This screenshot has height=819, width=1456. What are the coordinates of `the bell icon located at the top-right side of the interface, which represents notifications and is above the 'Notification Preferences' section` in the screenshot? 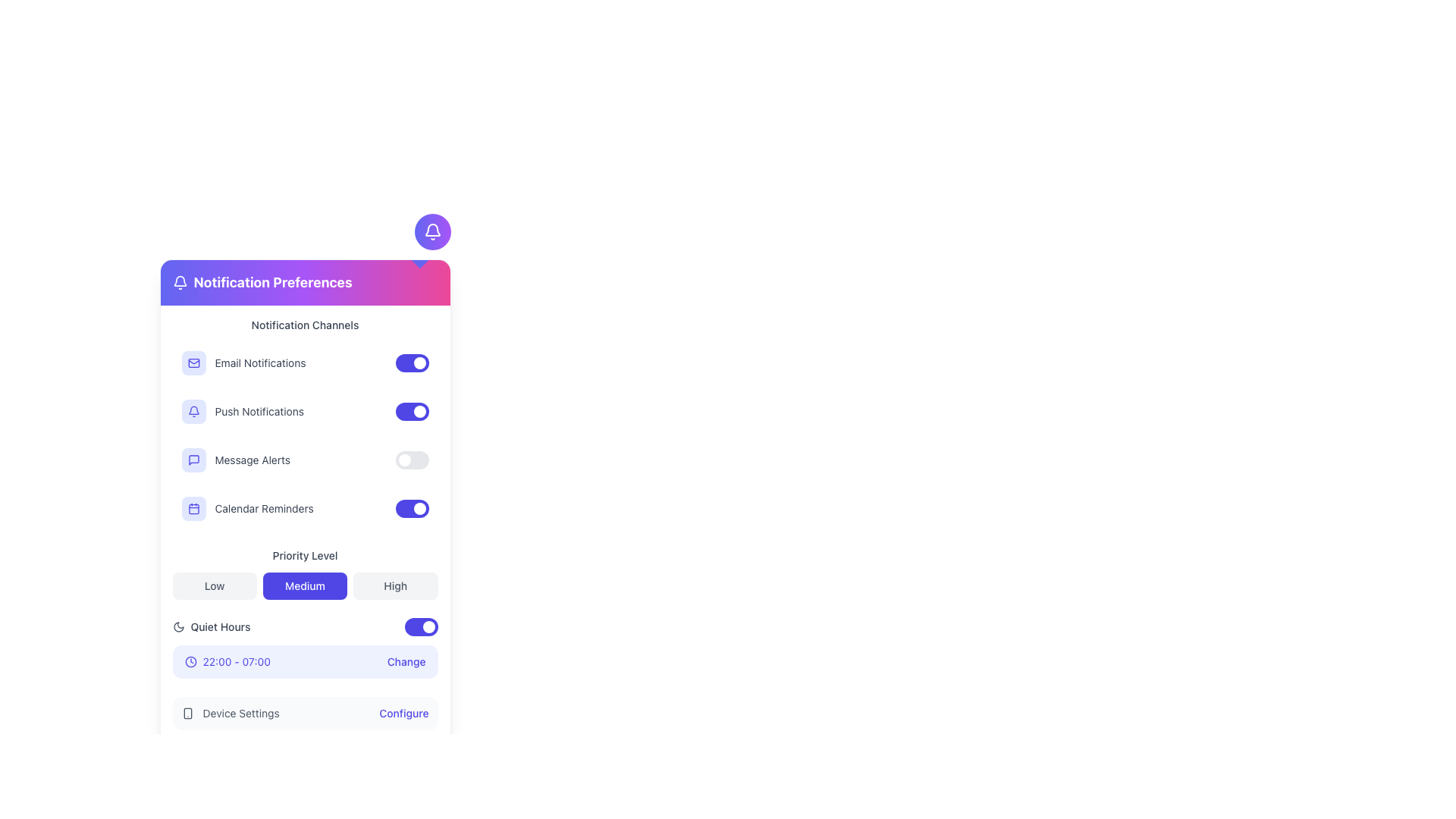 It's located at (193, 412).